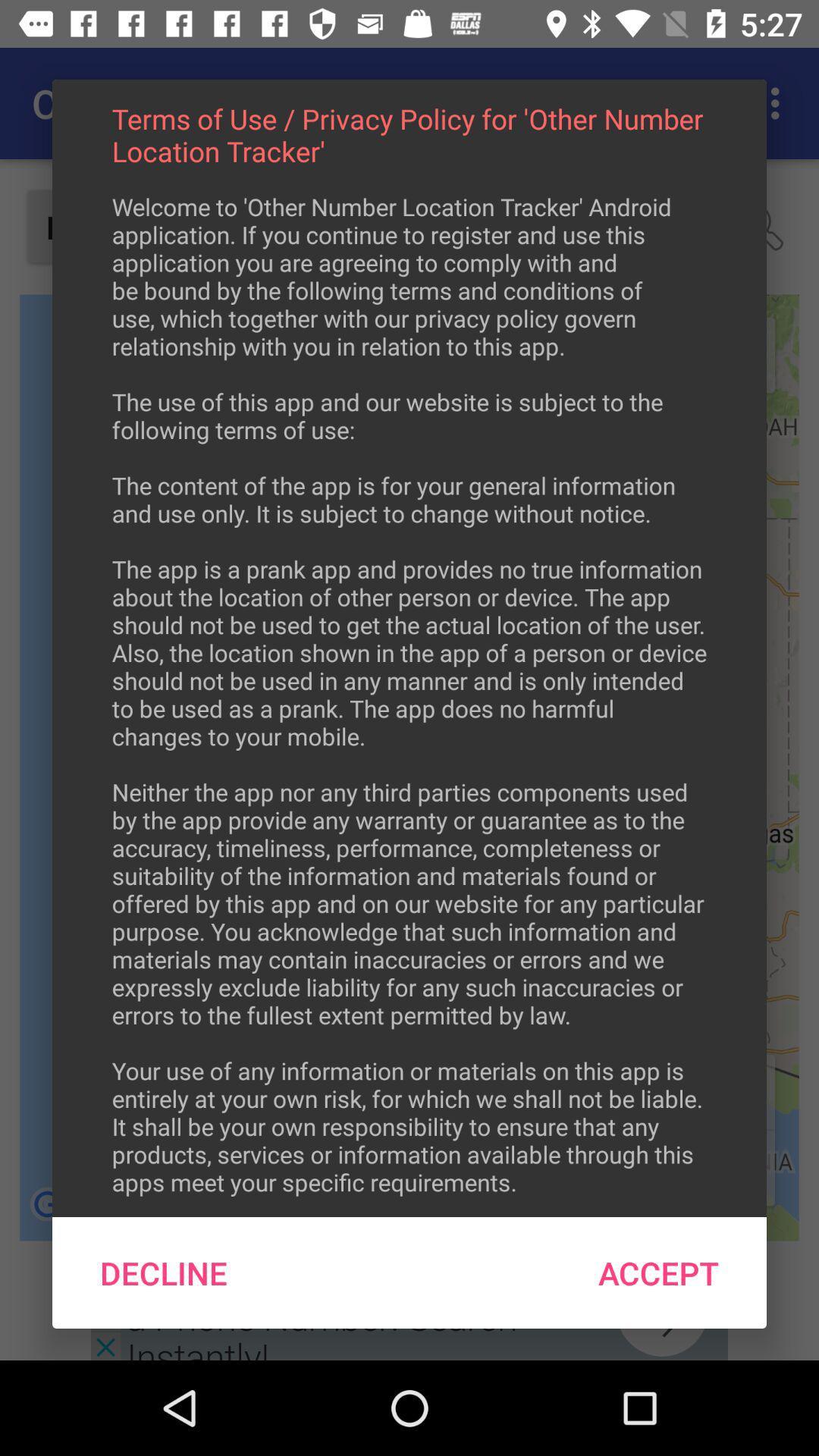 Image resolution: width=819 pixels, height=1456 pixels. What do you see at coordinates (657, 1272) in the screenshot?
I see `icon to the right of the decline icon` at bounding box center [657, 1272].